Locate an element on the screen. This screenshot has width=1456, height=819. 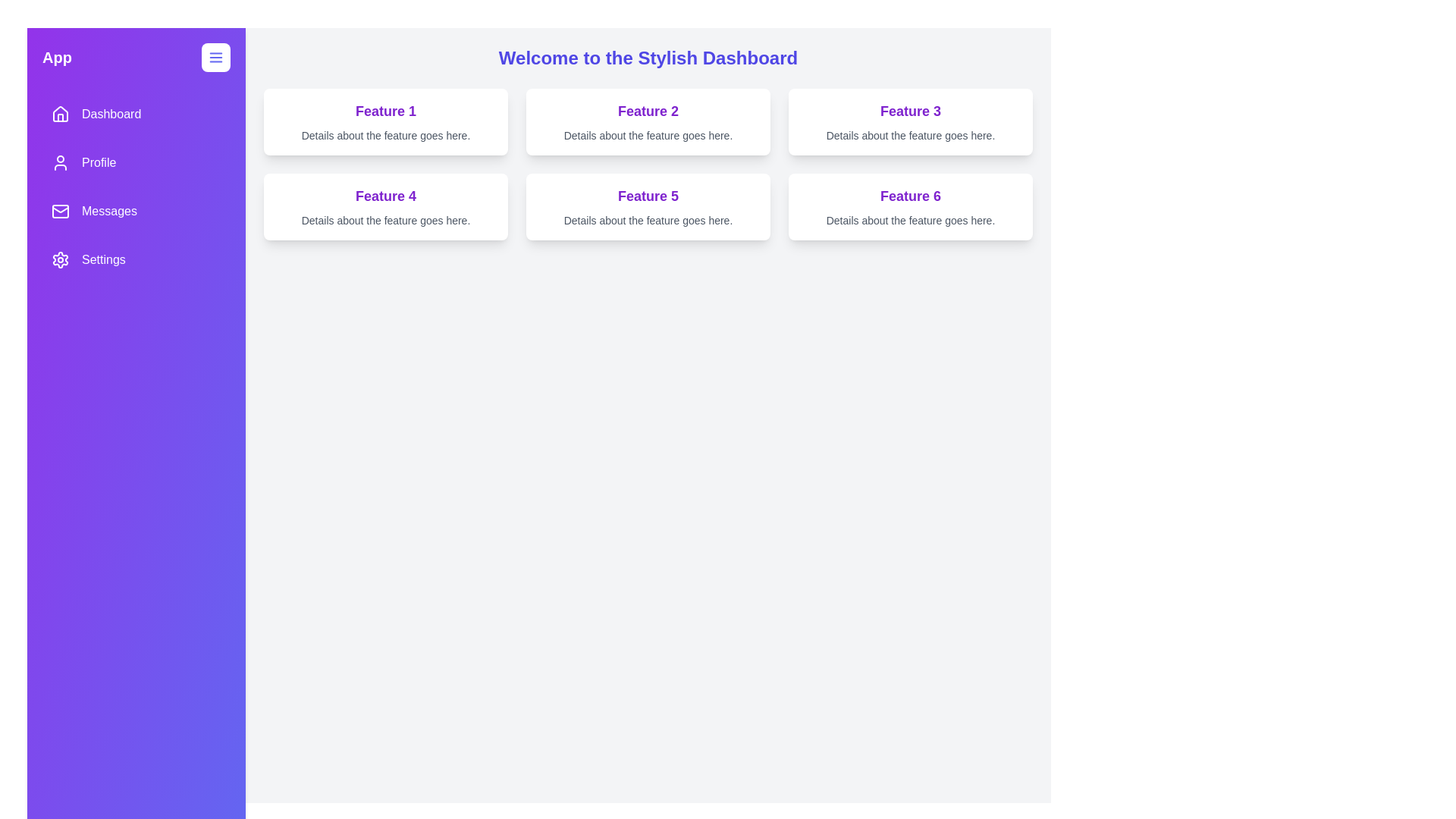
the text element reading 'Details about the feature goes here.' which is styled with a smaller gray font and located below the header 'Feature 5' in a white rounded card layout is located at coordinates (648, 220).